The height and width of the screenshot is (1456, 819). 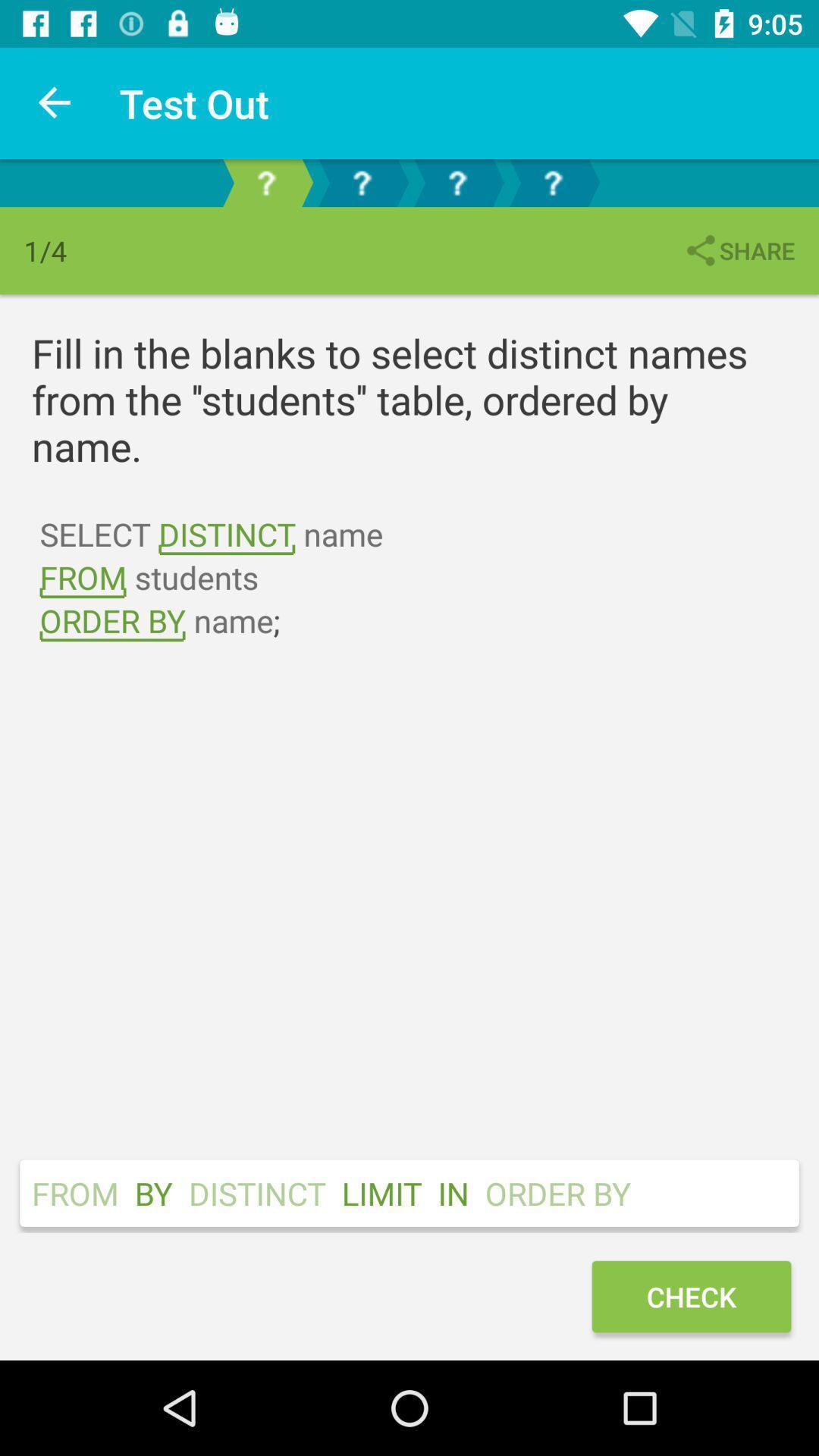 What do you see at coordinates (691, 1295) in the screenshot?
I see `the check` at bounding box center [691, 1295].